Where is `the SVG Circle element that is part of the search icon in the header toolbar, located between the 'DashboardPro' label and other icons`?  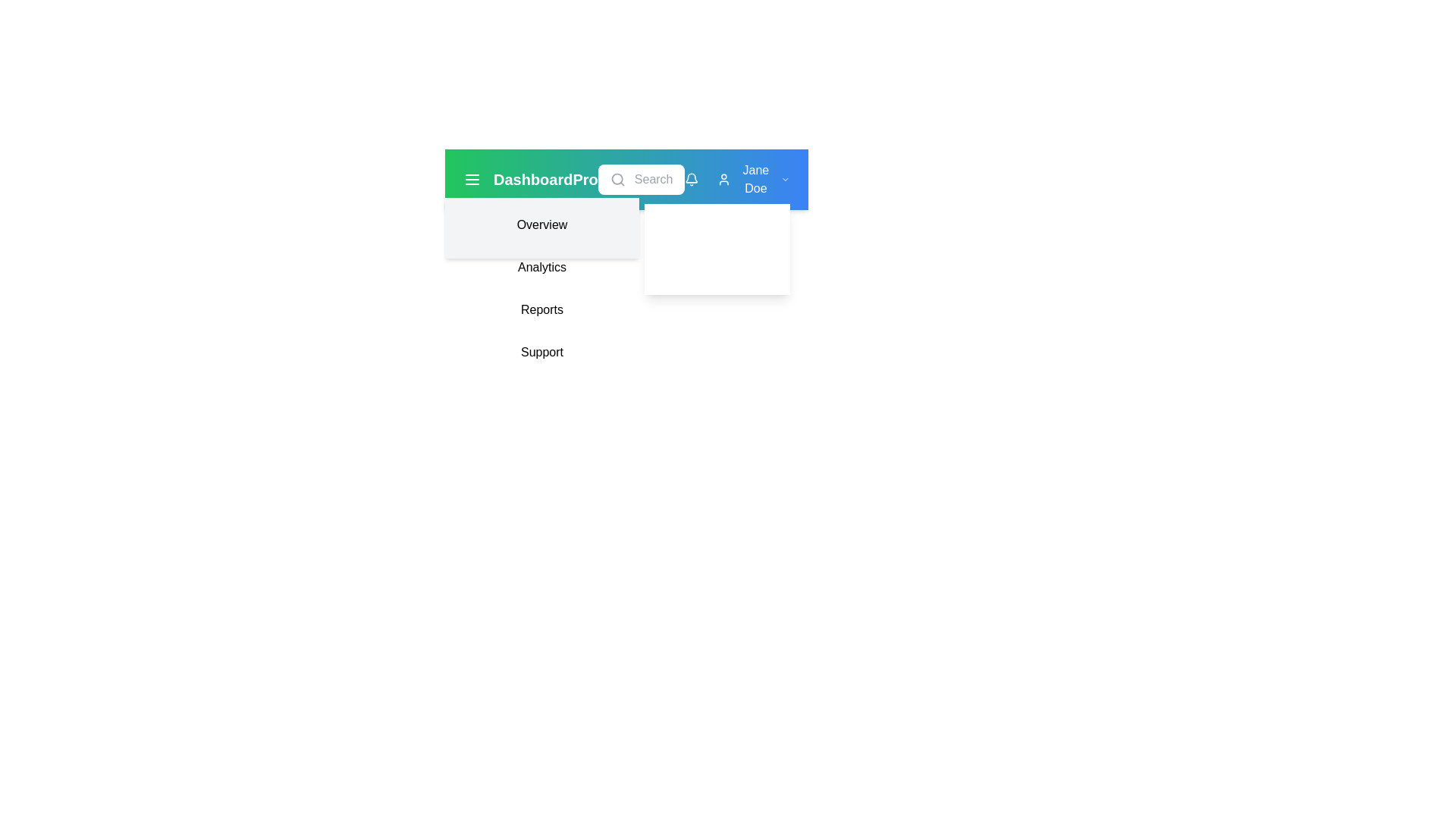
the SVG Circle element that is part of the search icon in the header toolbar, located between the 'DashboardPro' label and other icons is located at coordinates (617, 178).